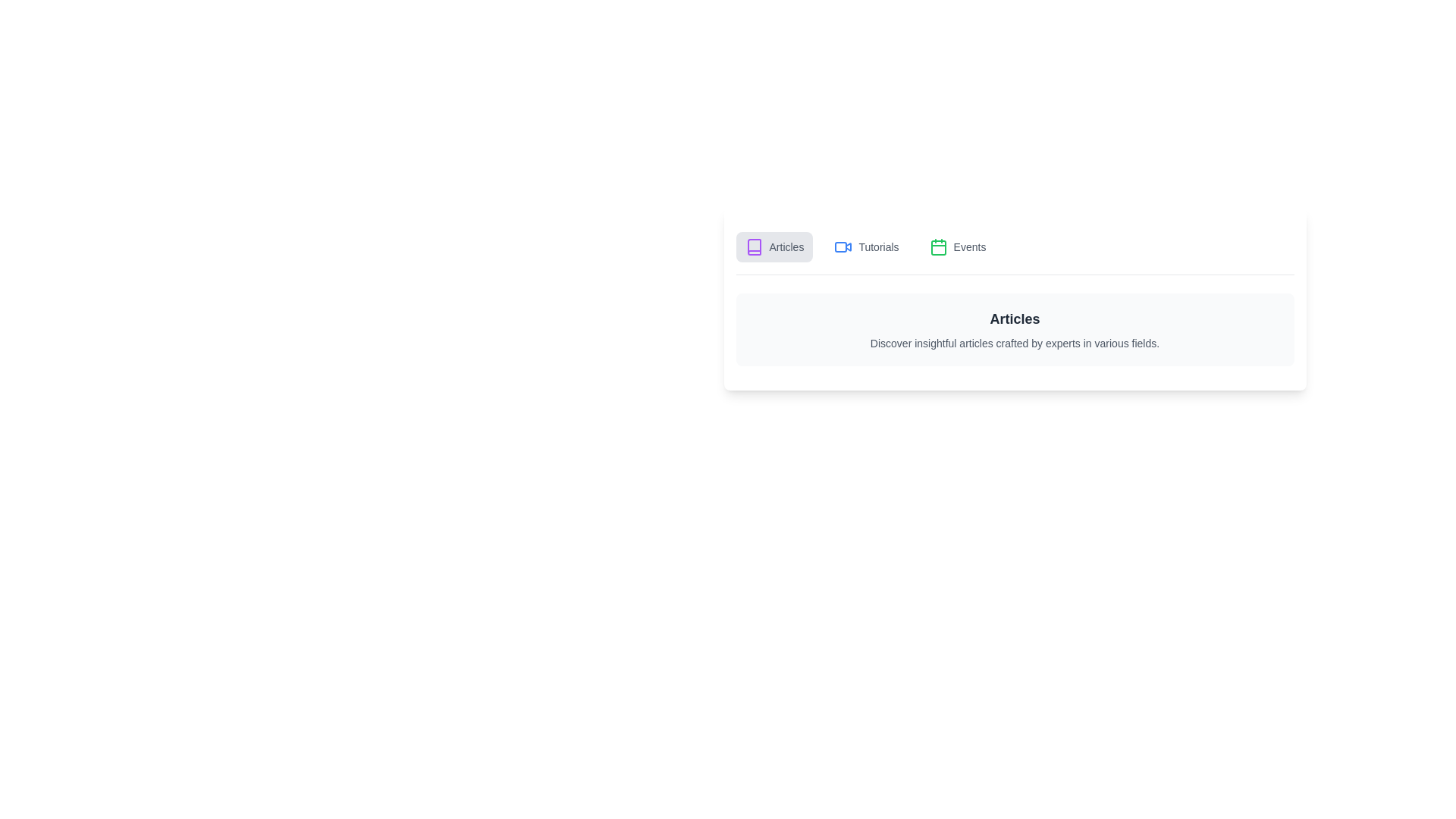 This screenshot has height=819, width=1456. I want to click on the tab corresponding to Events, so click(956, 246).